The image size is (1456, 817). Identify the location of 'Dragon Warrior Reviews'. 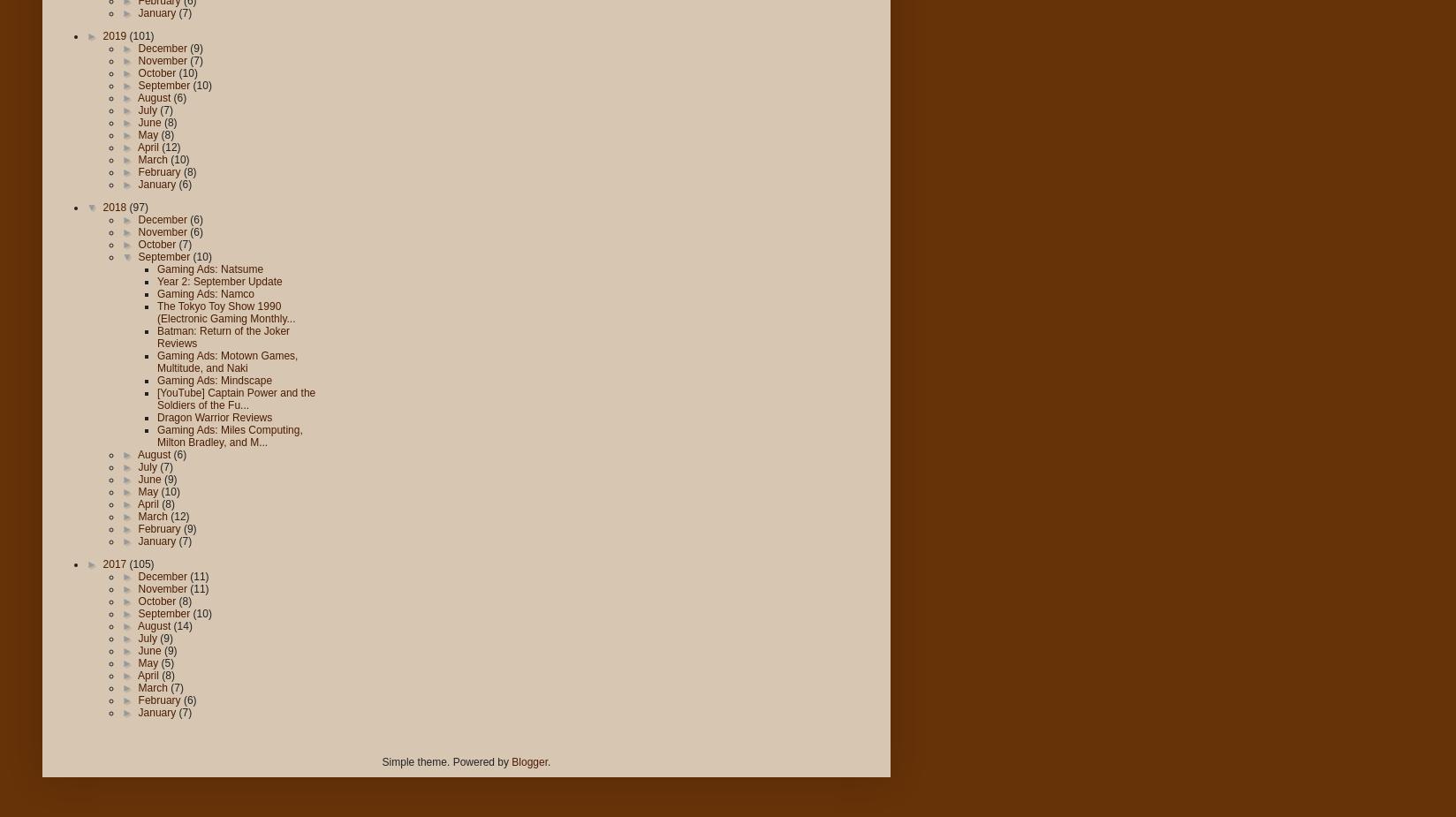
(214, 418).